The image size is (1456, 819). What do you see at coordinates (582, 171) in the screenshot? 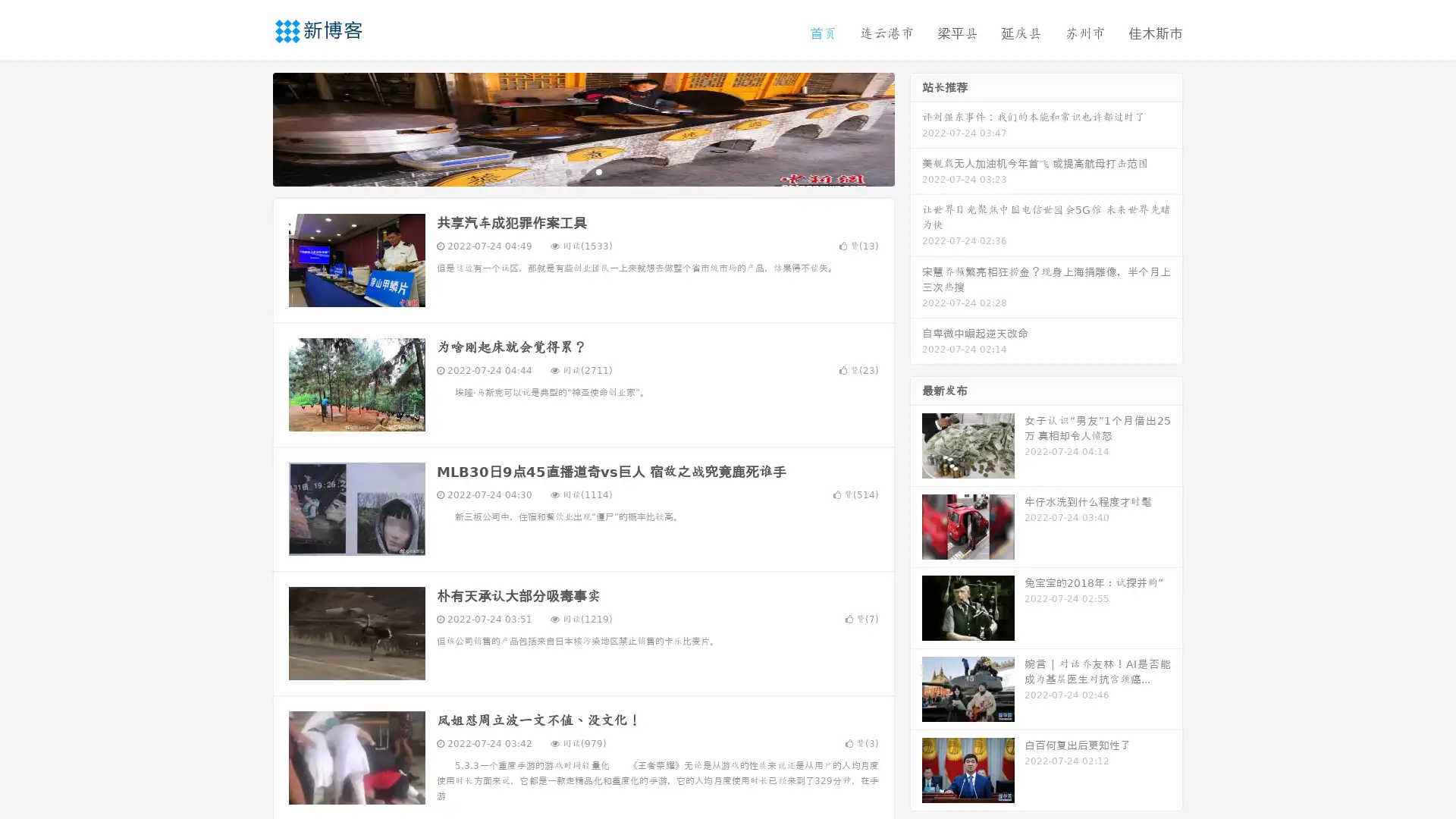
I see `Go to slide 2` at bounding box center [582, 171].